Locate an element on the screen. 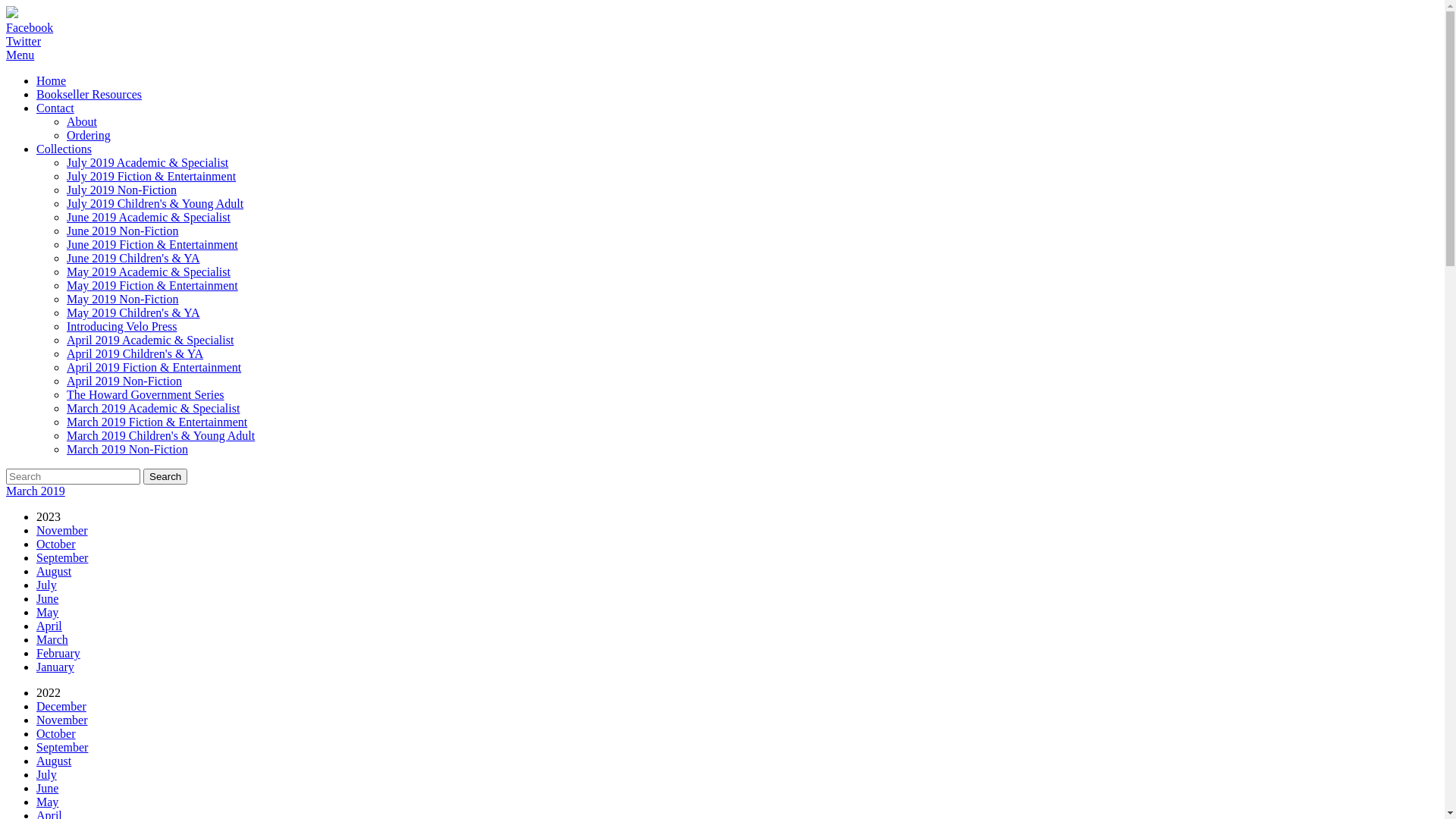  'May' is located at coordinates (36, 611).